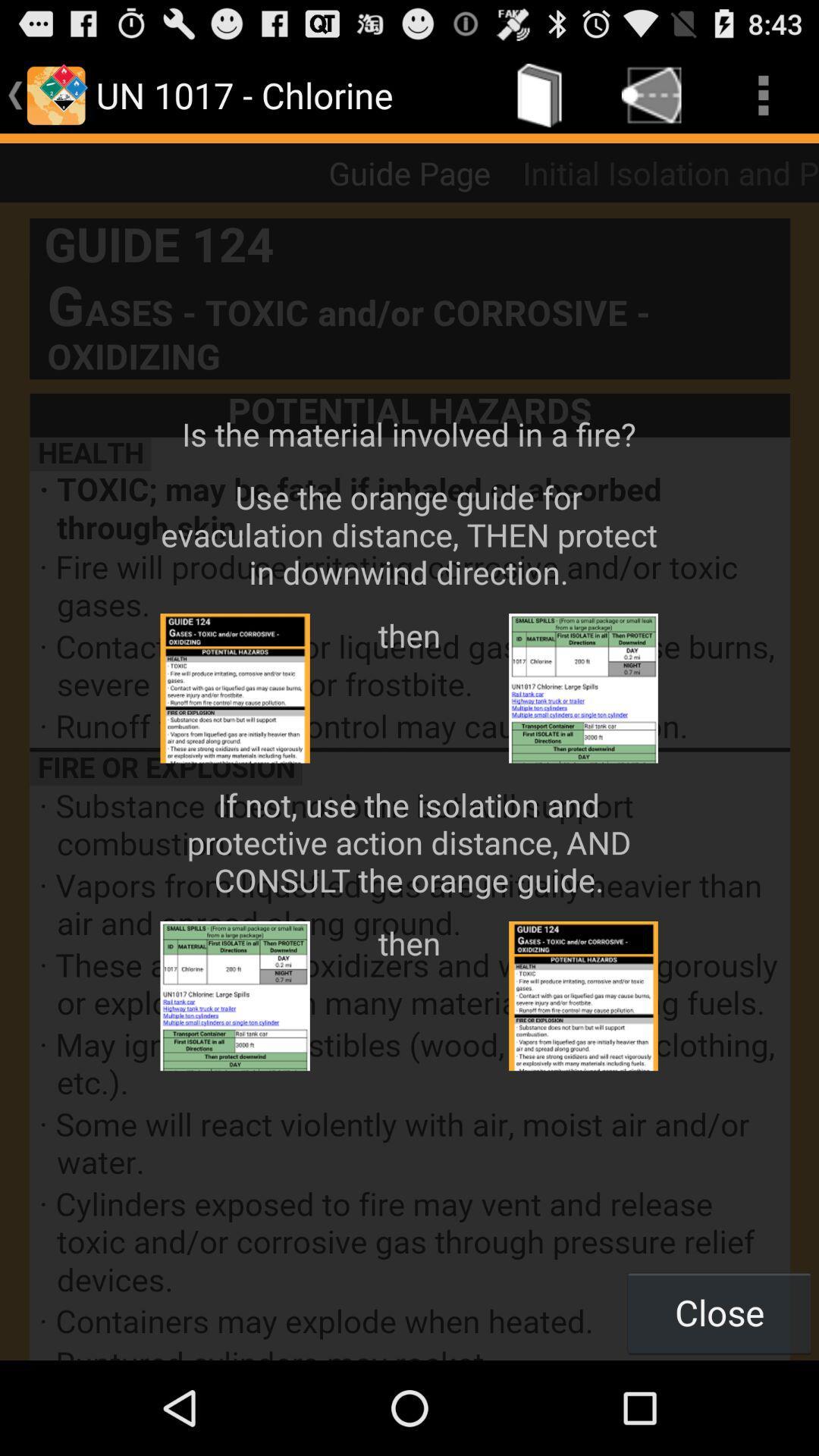 Image resolution: width=819 pixels, height=1456 pixels. What do you see at coordinates (539, 94) in the screenshot?
I see `the icon to the right of the un 1017 - chlorine icon` at bounding box center [539, 94].